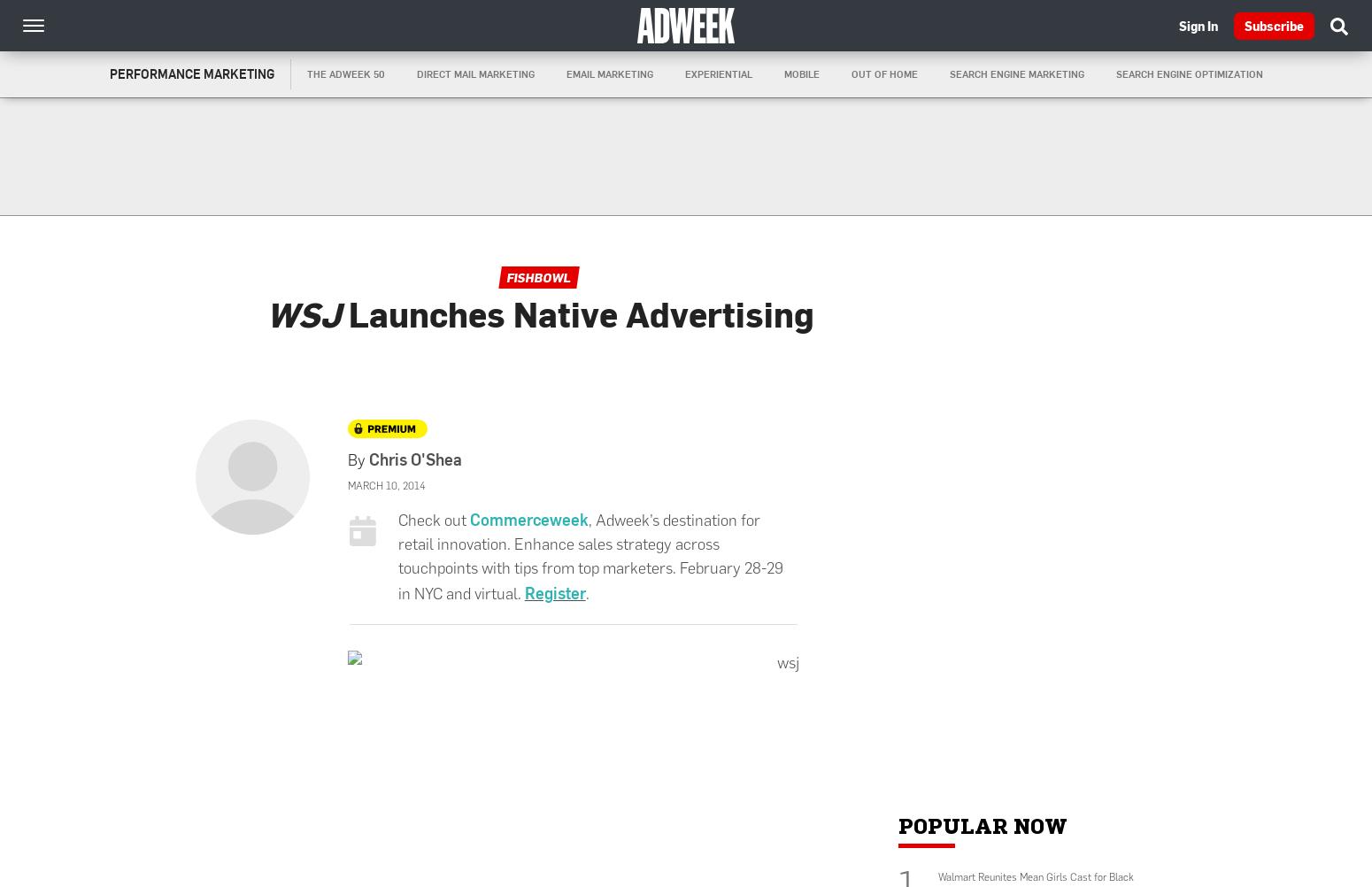 The width and height of the screenshot is (1372, 887). What do you see at coordinates (523, 591) in the screenshot?
I see `'Register'` at bounding box center [523, 591].